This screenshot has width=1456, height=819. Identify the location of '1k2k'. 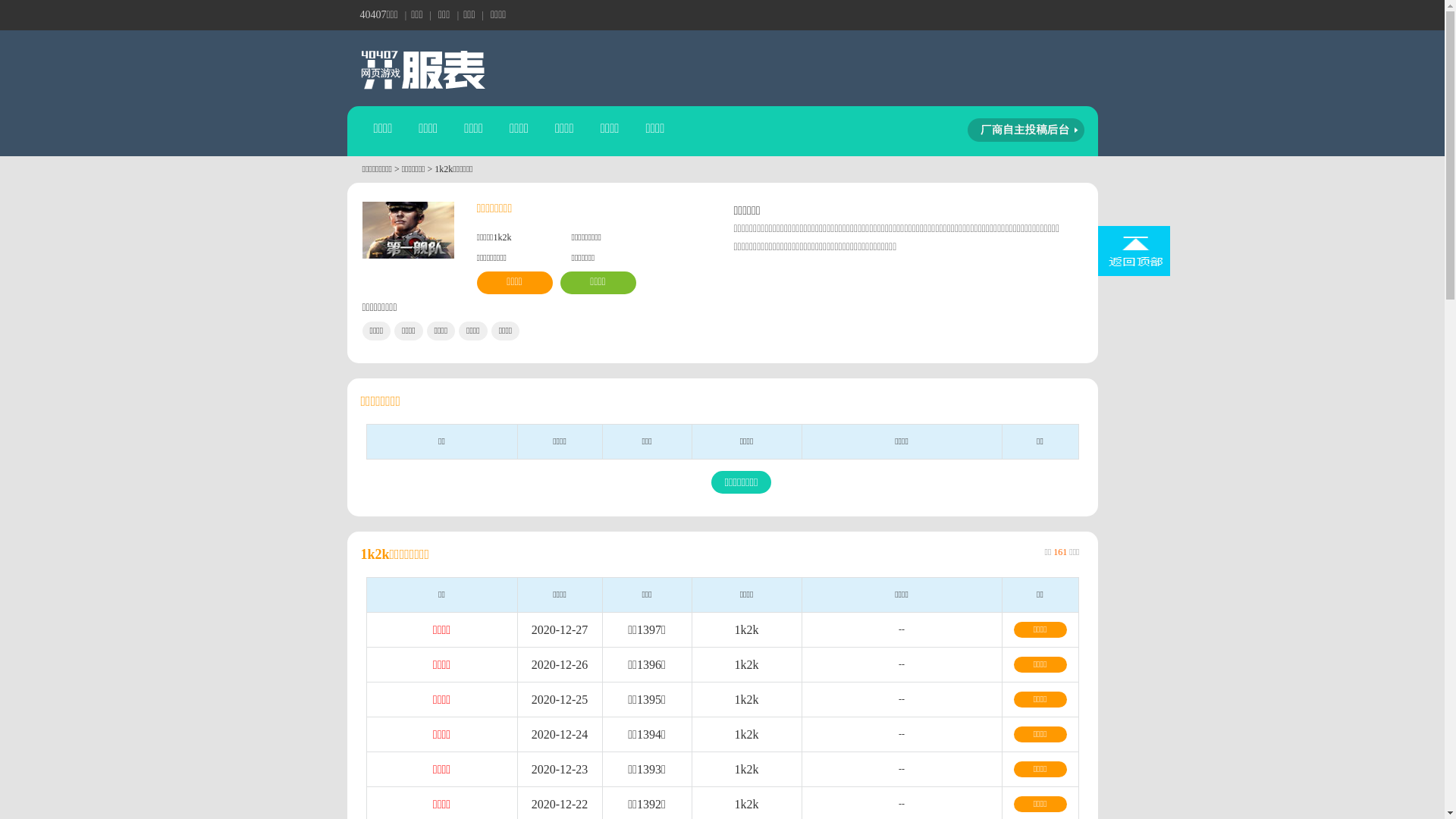
(745, 699).